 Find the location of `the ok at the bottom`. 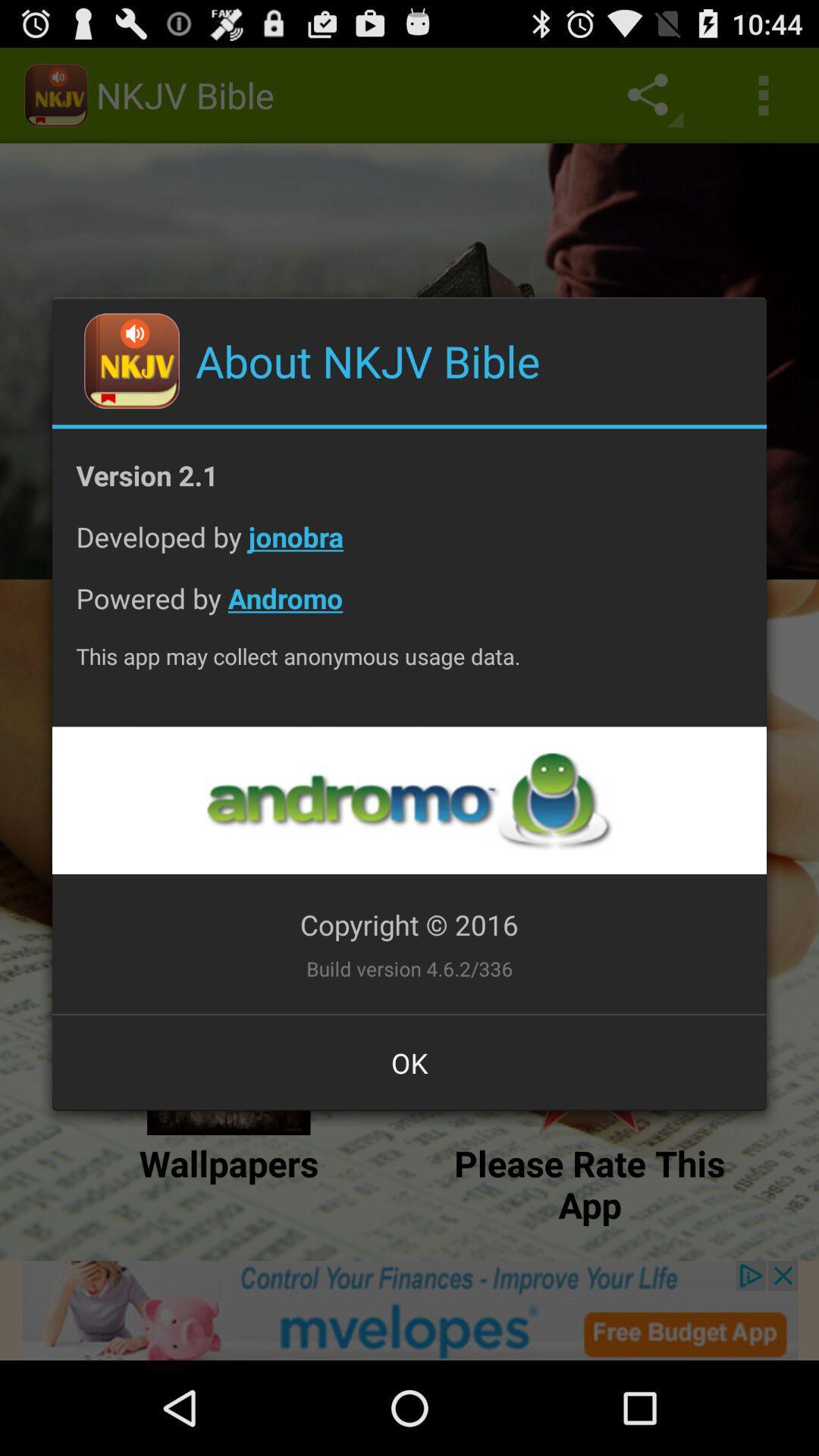

the ok at the bottom is located at coordinates (409, 1062).